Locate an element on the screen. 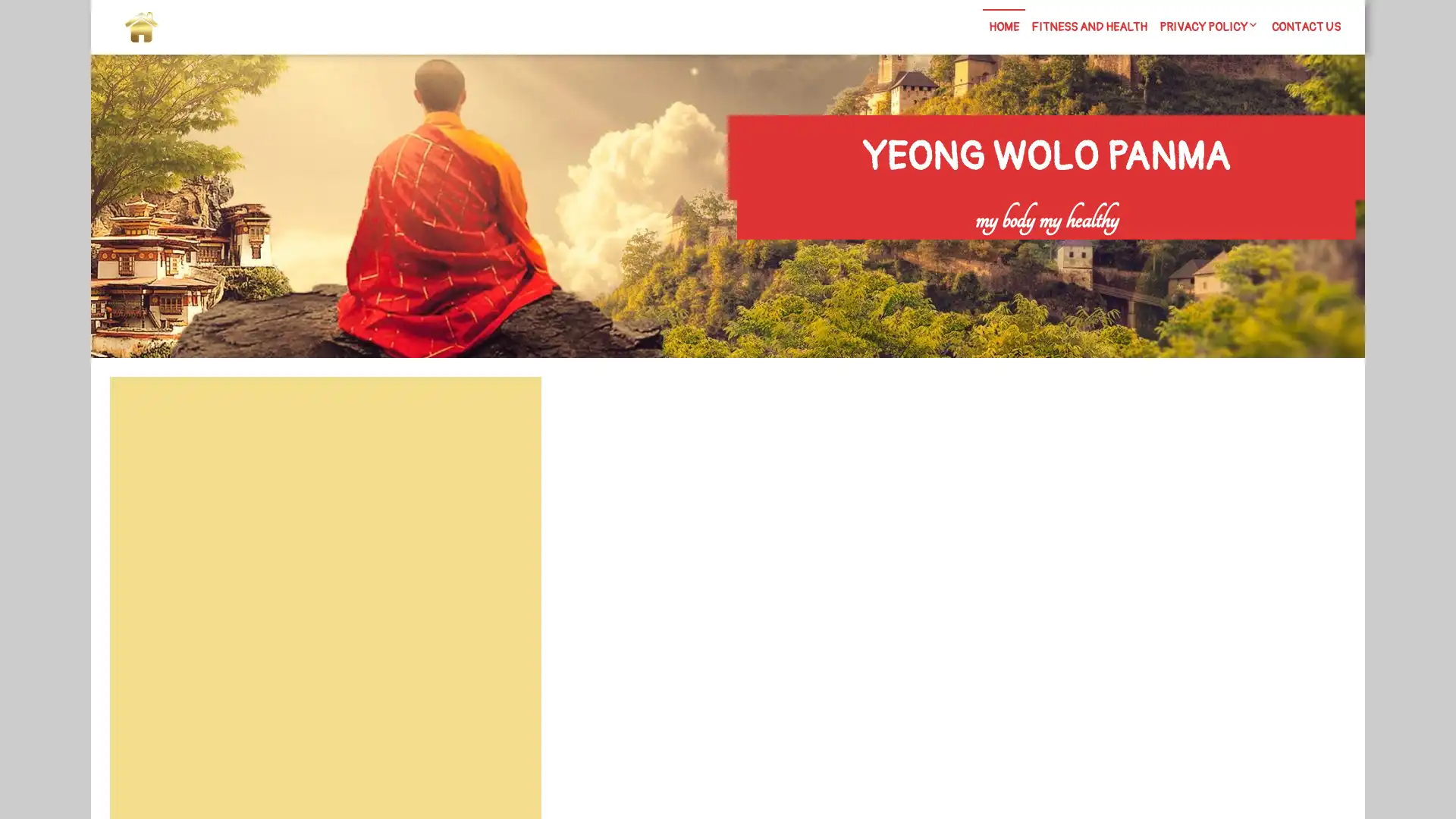 The height and width of the screenshot is (819, 1456). Search is located at coordinates (506, 413).